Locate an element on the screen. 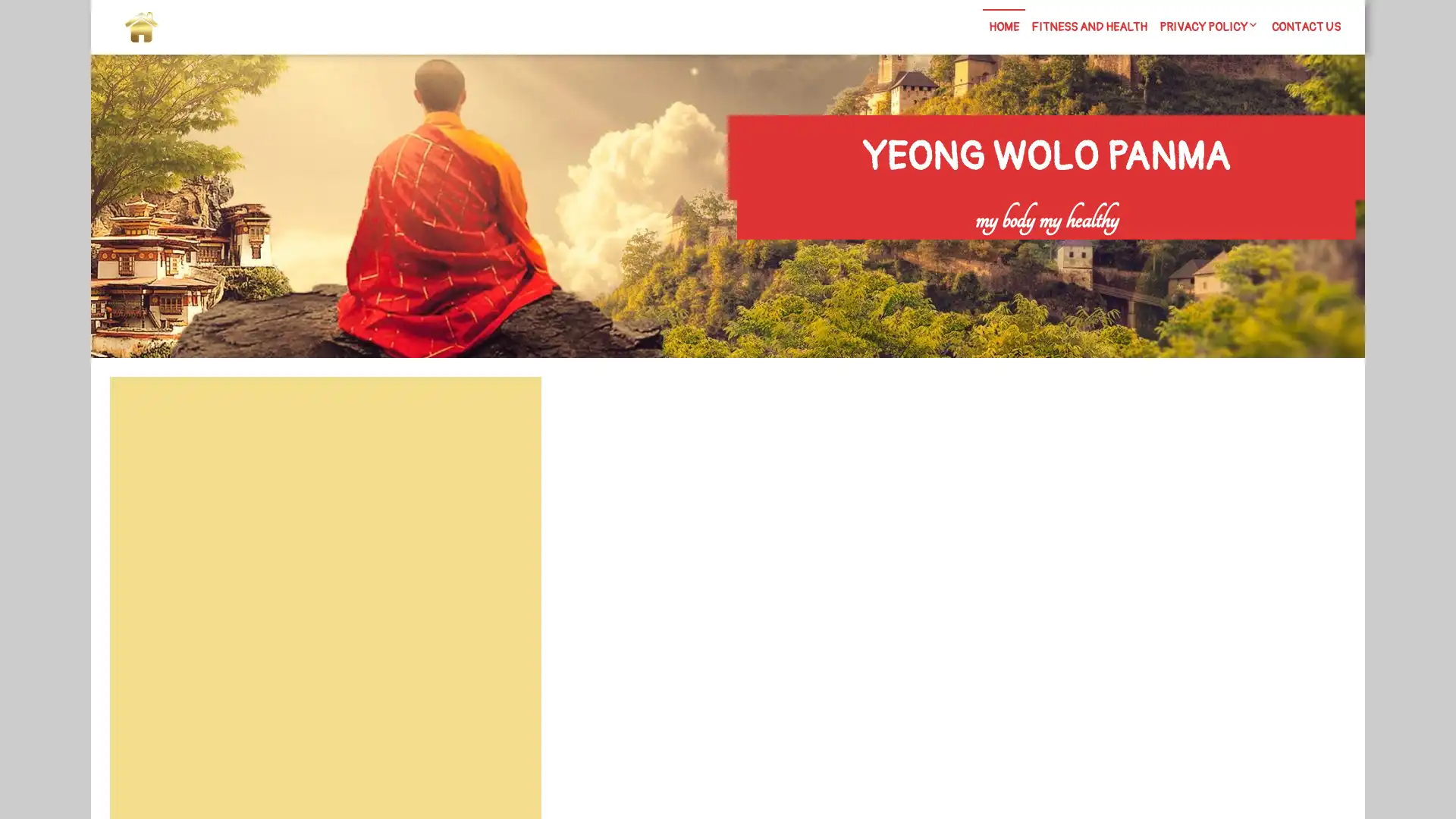 The height and width of the screenshot is (819, 1456). Search is located at coordinates (506, 413).